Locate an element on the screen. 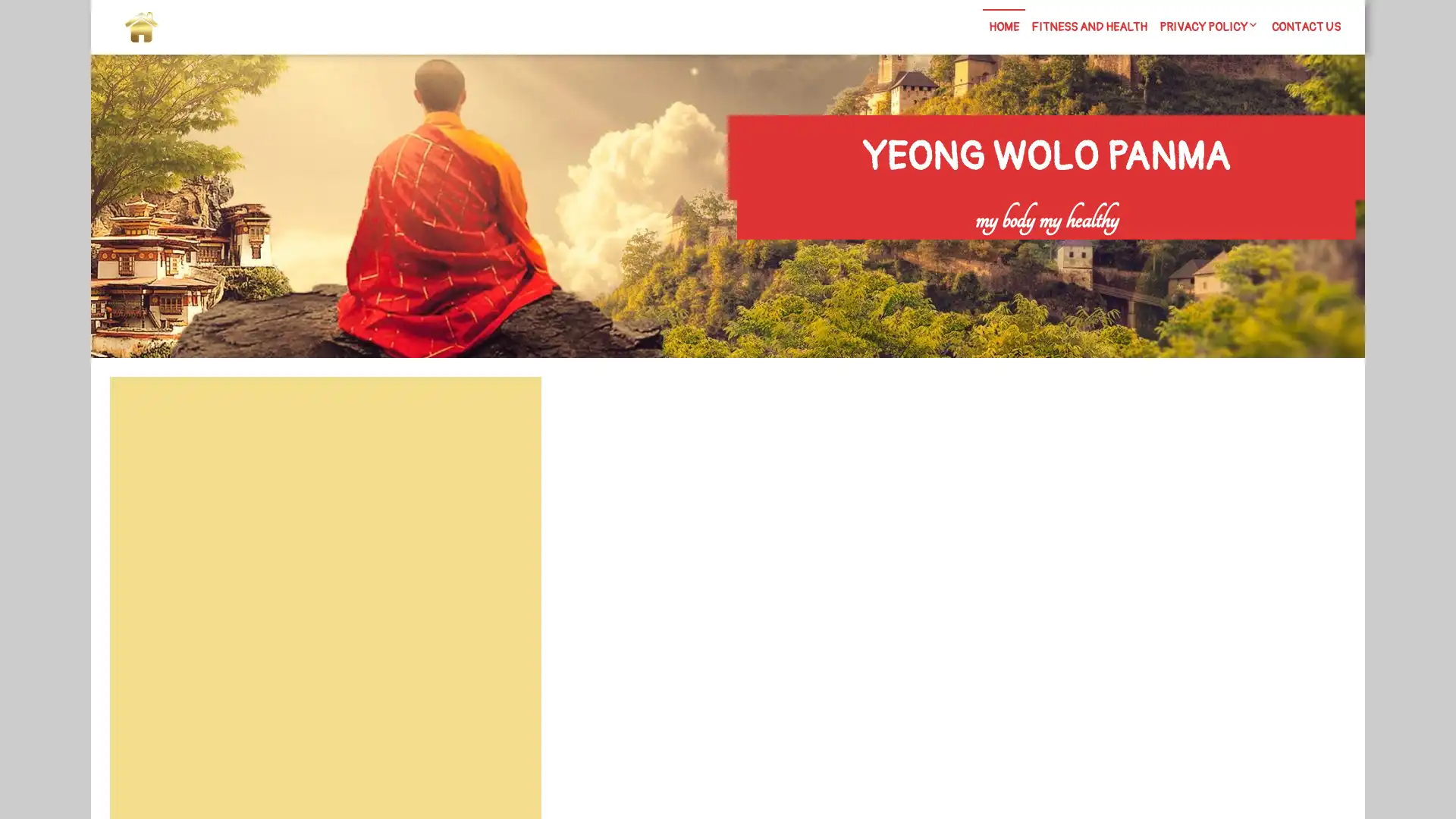 The height and width of the screenshot is (819, 1456). Search is located at coordinates (506, 413).